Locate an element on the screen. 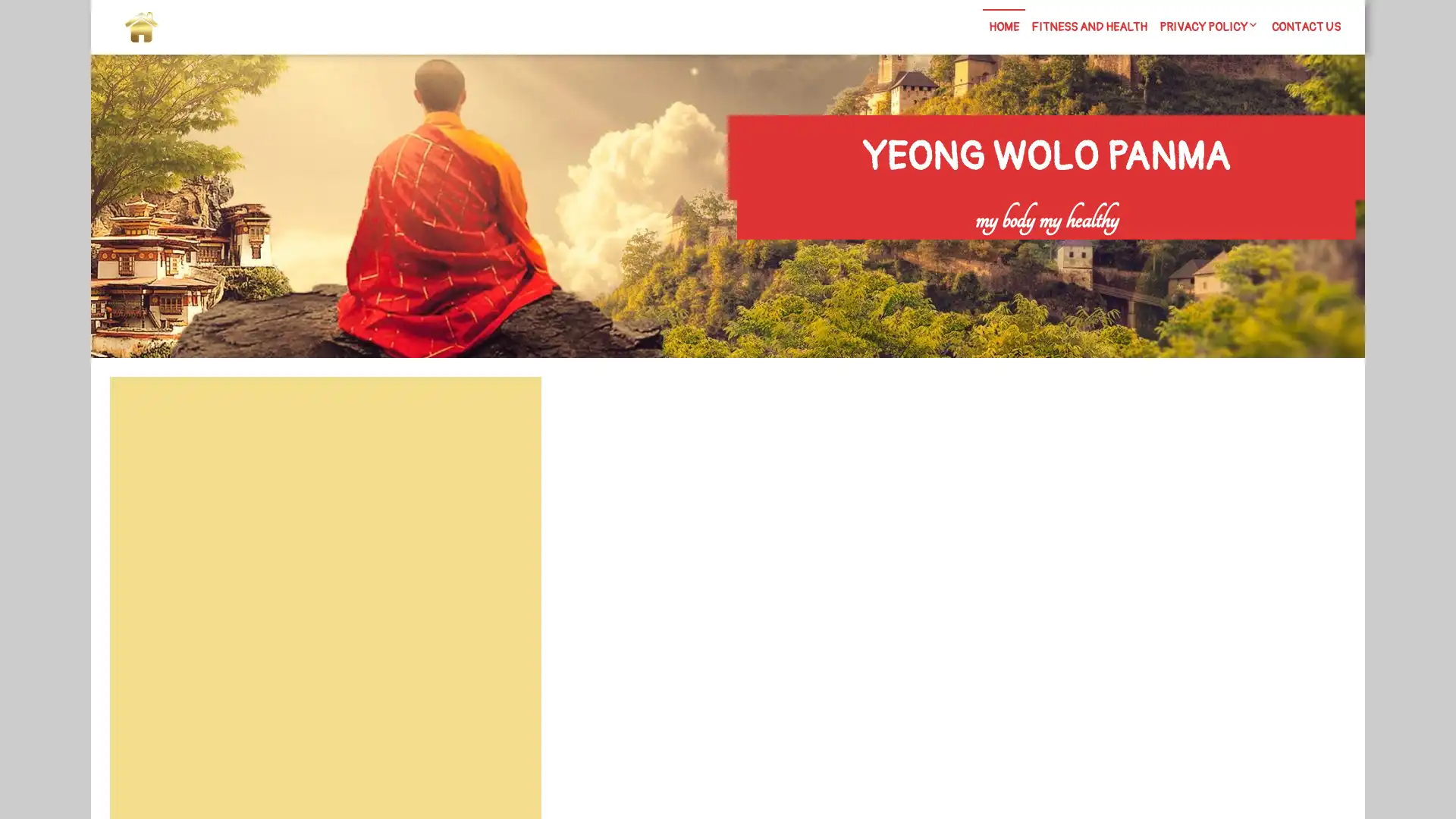 The height and width of the screenshot is (819, 1456). Search is located at coordinates (506, 413).